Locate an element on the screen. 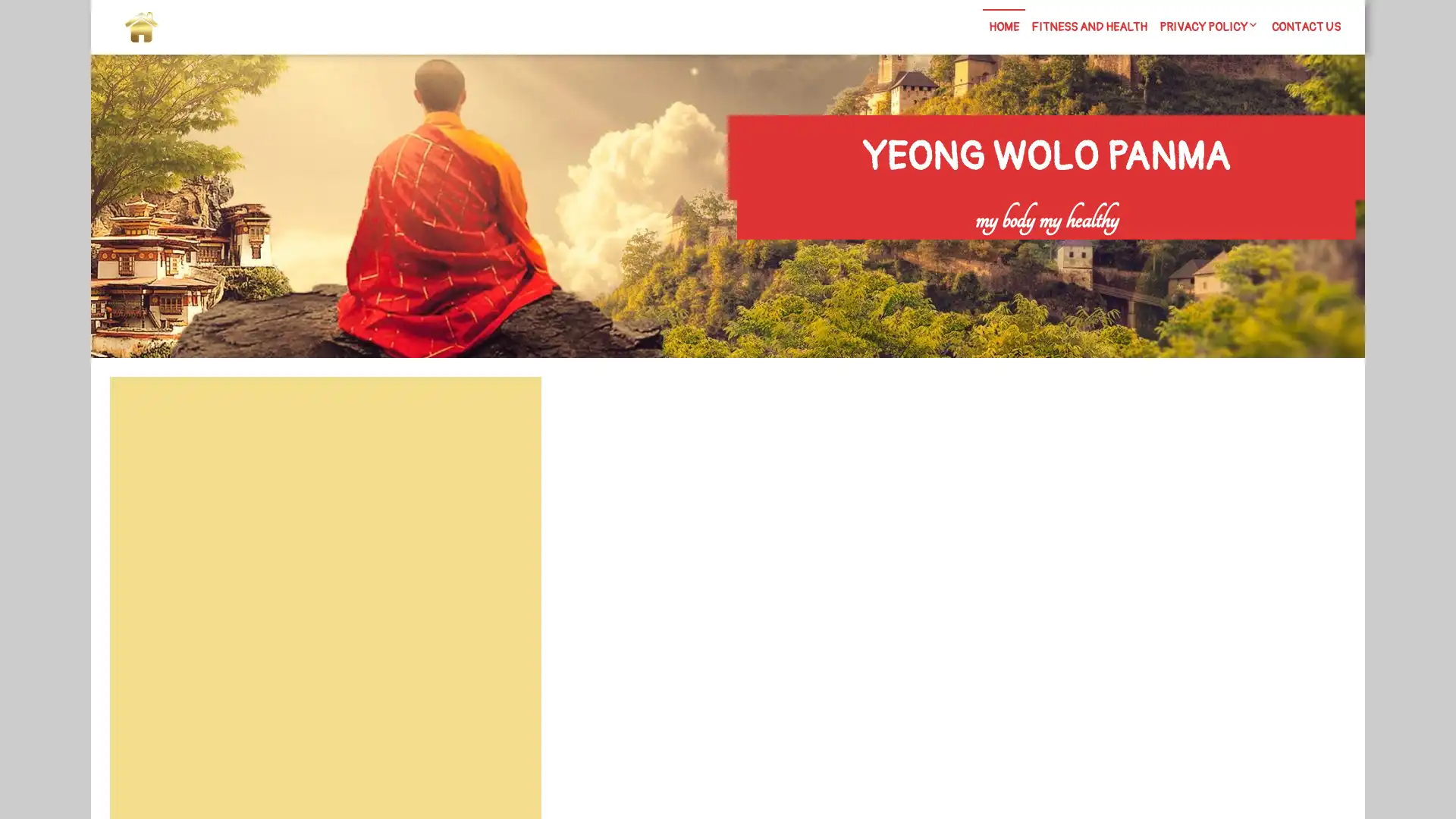 The height and width of the screenshot is (819, 1456). Search is located at coordinates (506, 413).